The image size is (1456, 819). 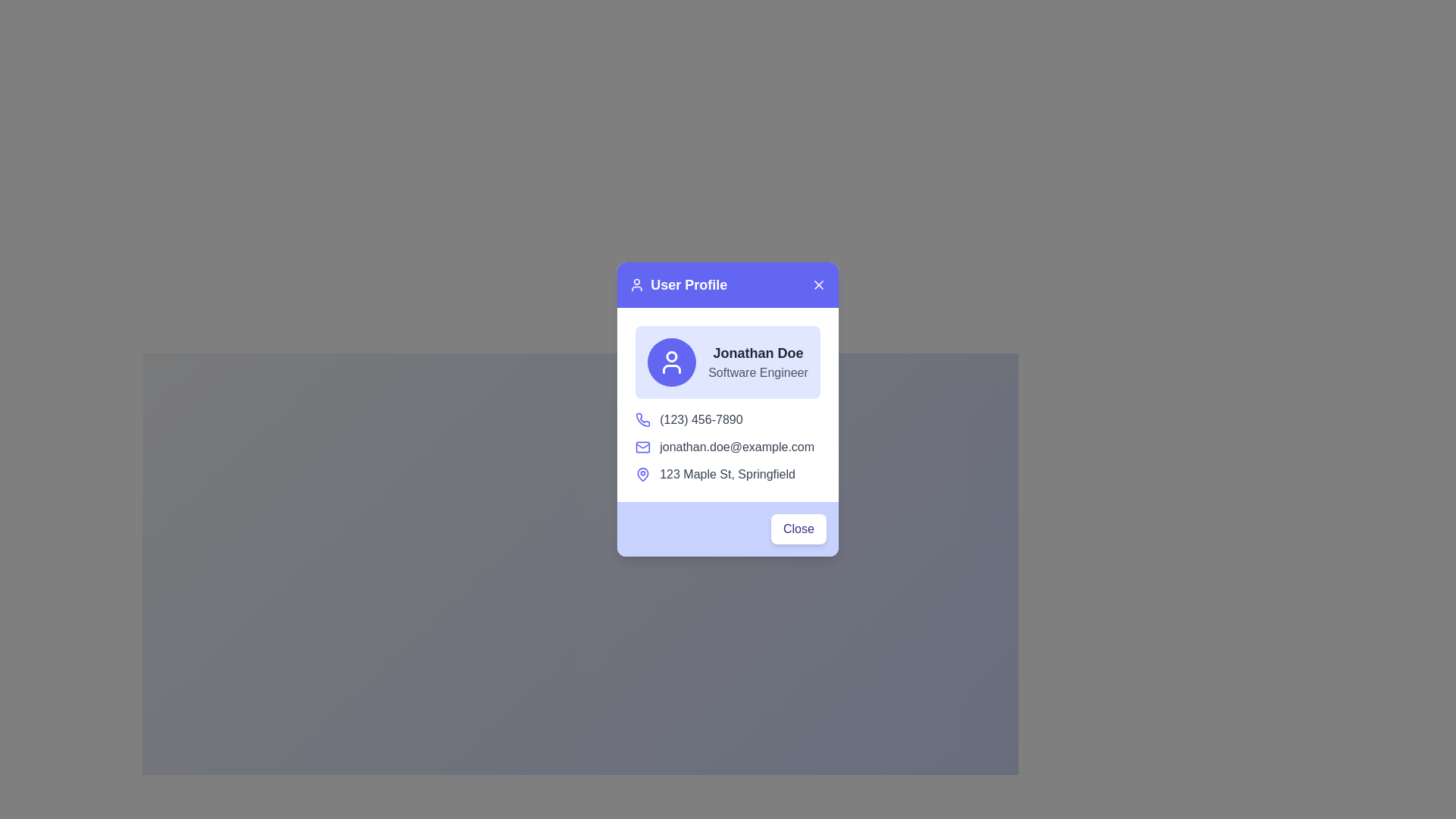 I want to click on the visual indicator icon that represents location or address information in the profile card, located near the bottom left of the dialog box, so click(x=643, y=473).